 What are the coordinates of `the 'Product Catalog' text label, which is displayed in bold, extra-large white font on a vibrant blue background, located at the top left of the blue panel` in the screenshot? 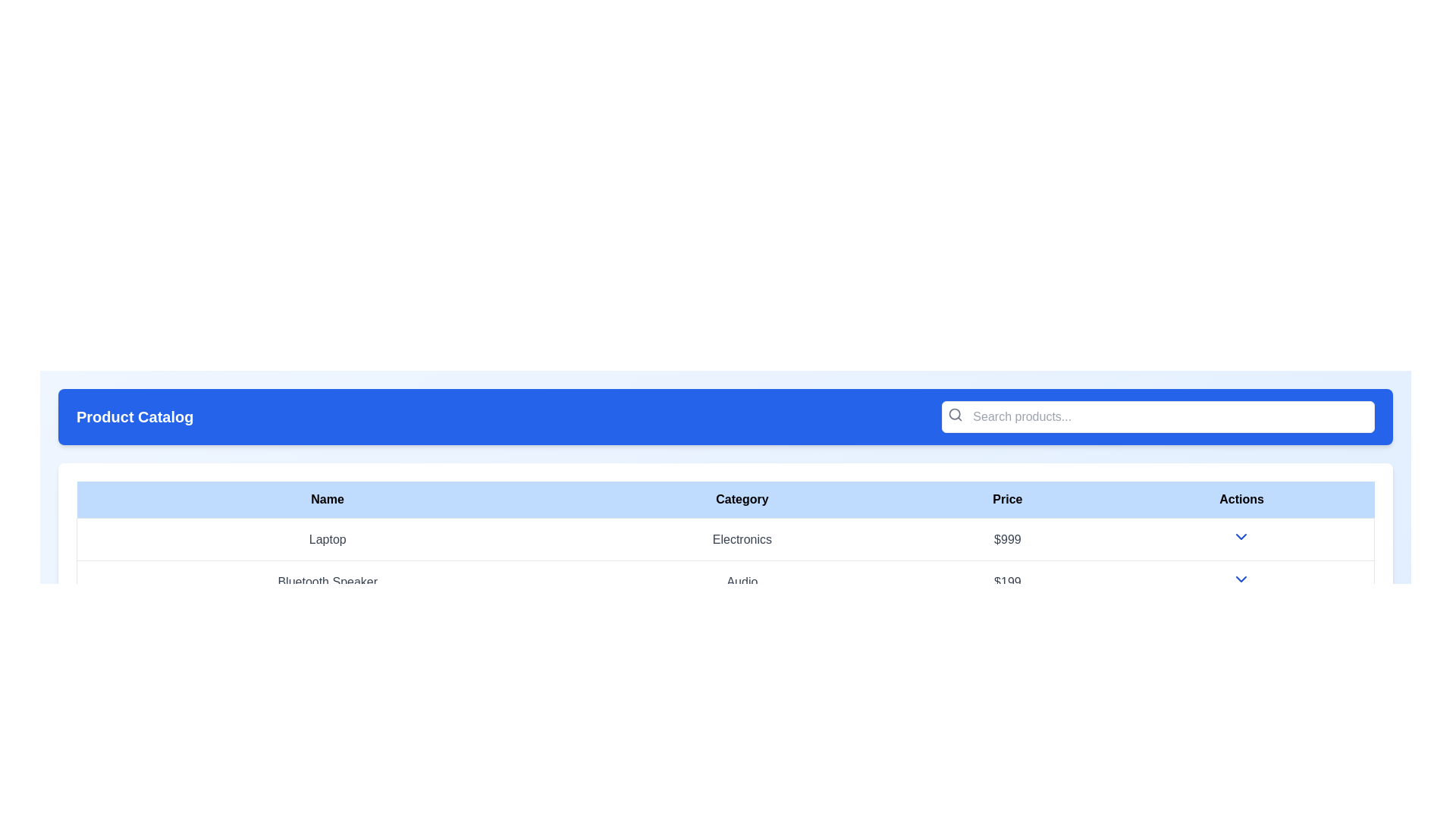 It's located at (135, 417).